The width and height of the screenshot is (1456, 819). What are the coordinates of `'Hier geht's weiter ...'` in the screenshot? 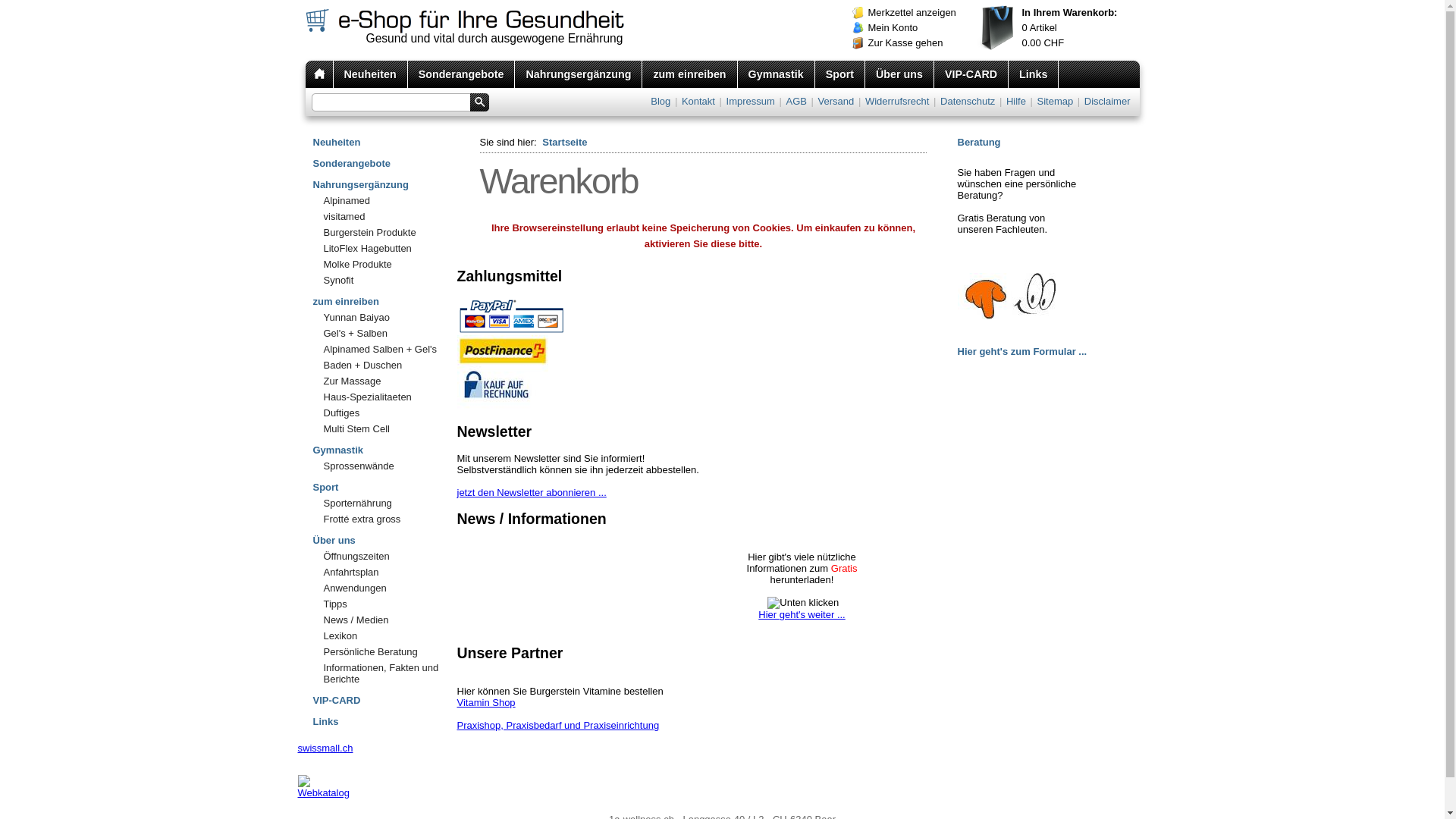 It's located at (800, 620).